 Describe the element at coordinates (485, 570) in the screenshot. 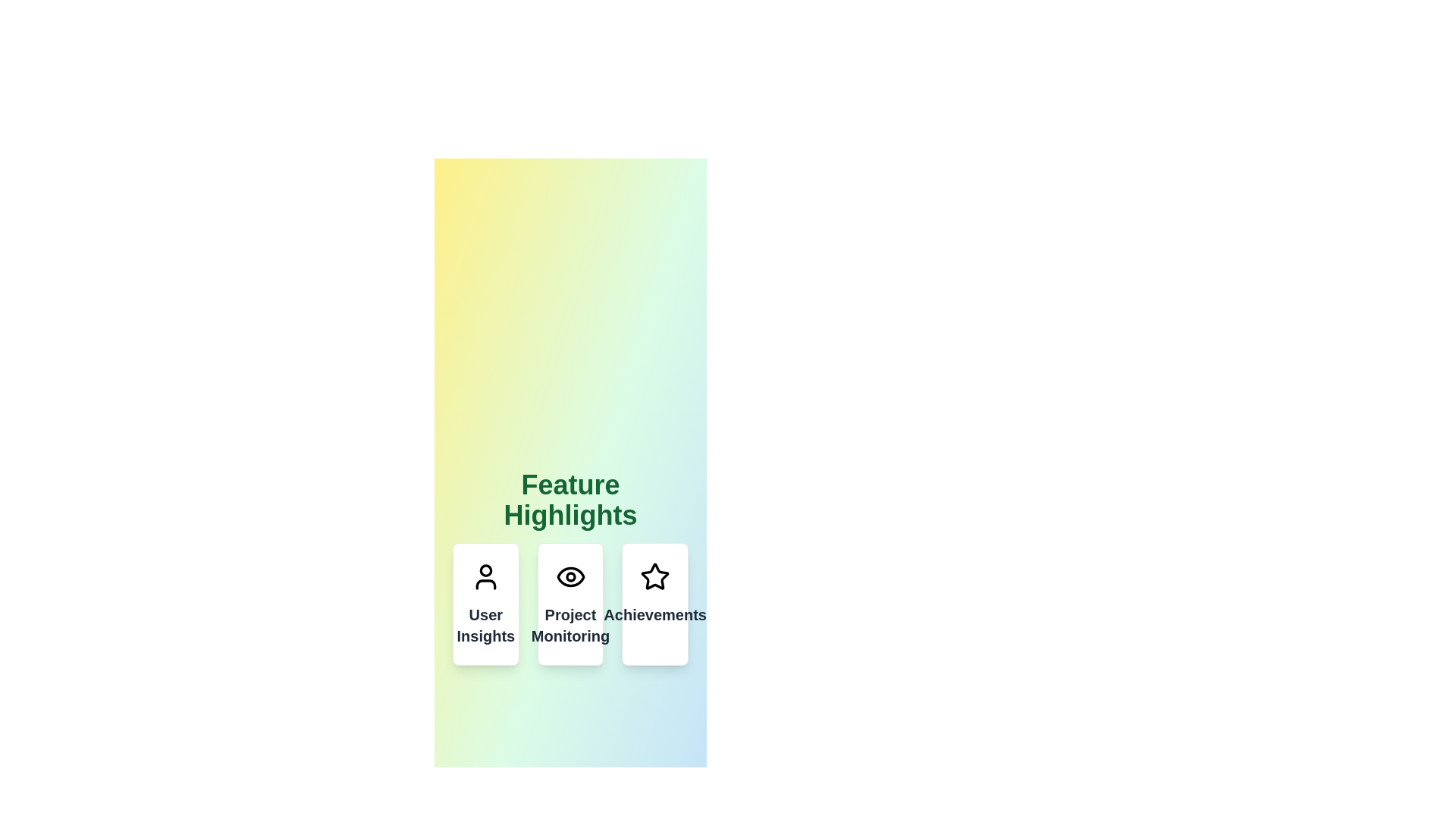

I see `the circle component of the user profile icon, which visually represents the user's head, located in the first card of the 'Feature Highlights' section` at that location.